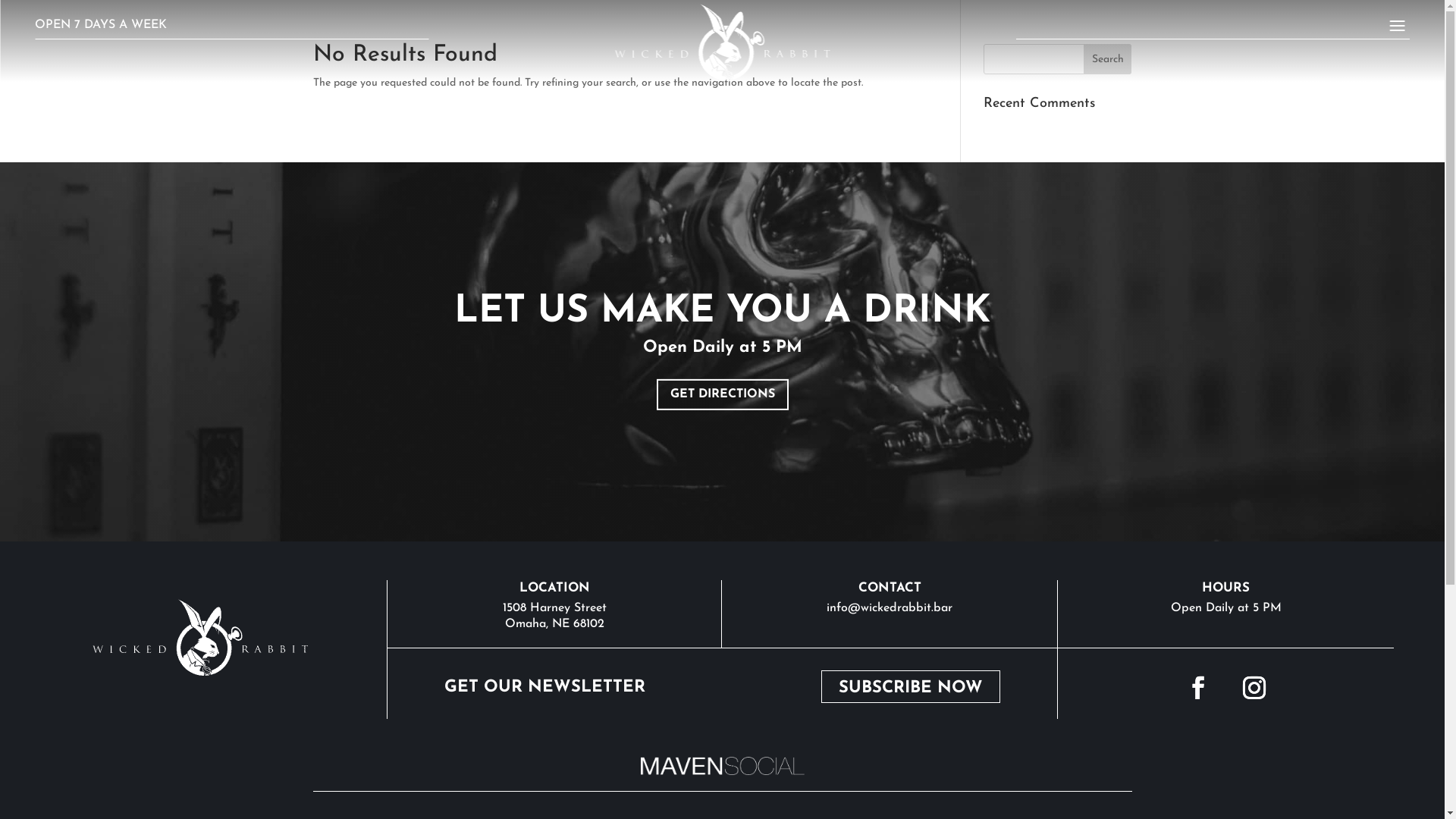  What do you see at coordinates (889, 607) in the screenshot?
I see `'info@wickedrabbit.bar'` at bounding box center [889, 607].